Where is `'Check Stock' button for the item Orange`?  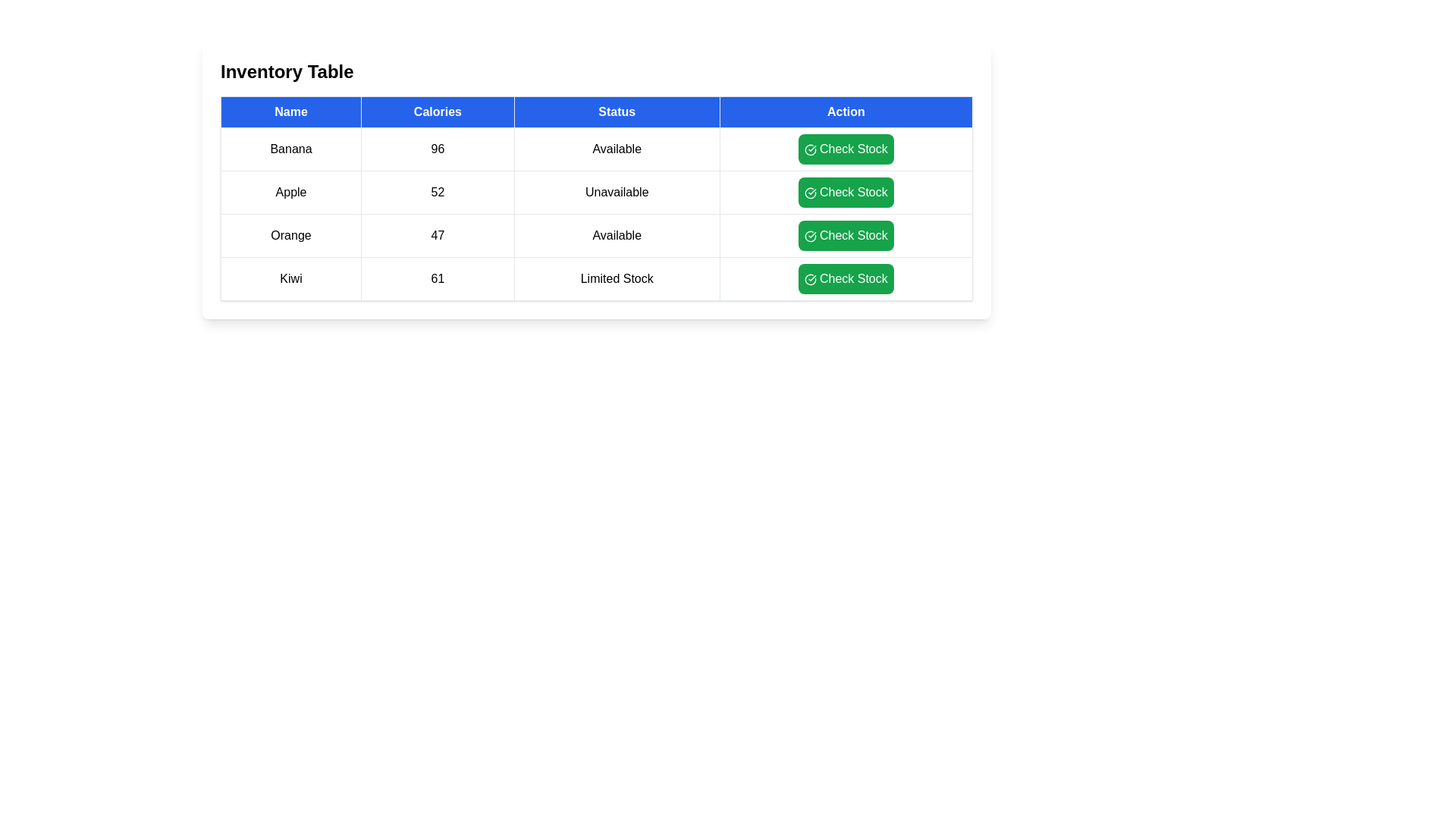
'Check Stock' button for the item Orange is located at coordinates (845, 236).